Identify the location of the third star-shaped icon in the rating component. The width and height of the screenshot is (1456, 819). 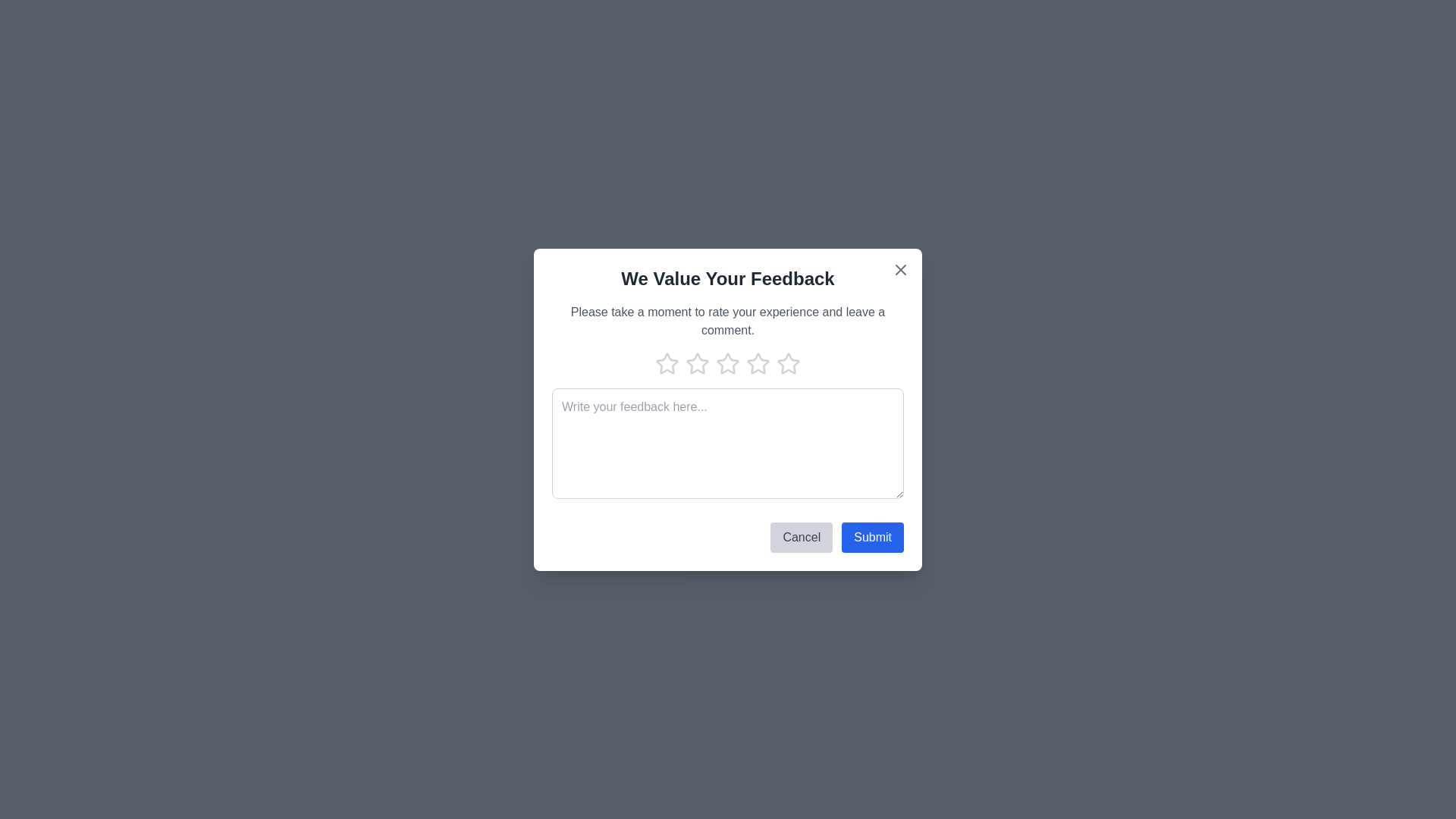
(728, 362).